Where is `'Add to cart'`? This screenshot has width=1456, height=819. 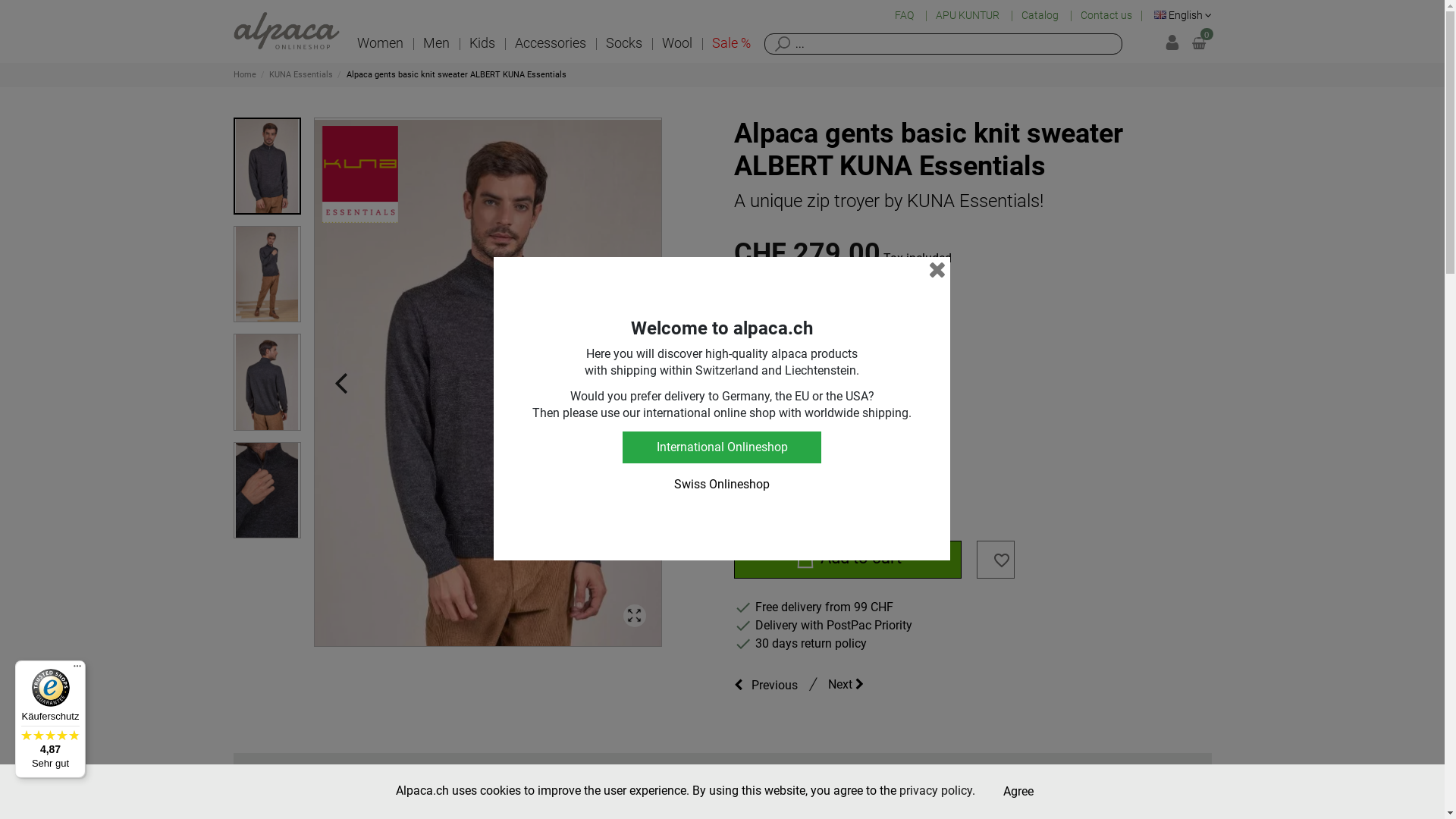
'Add to cart' is located at coordinates (734, 559).